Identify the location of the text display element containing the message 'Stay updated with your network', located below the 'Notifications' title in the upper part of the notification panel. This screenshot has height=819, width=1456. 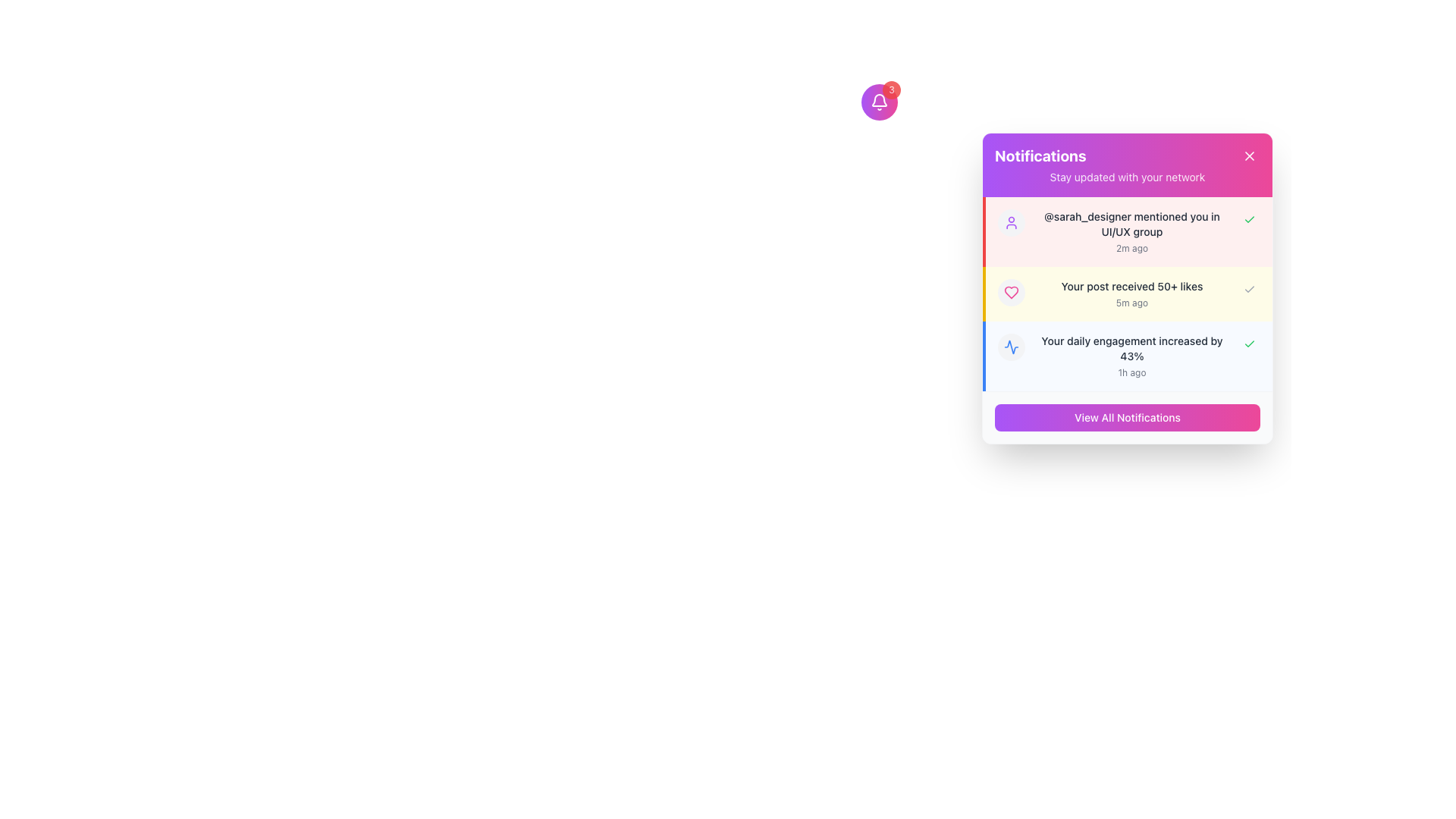
(1128, 177).